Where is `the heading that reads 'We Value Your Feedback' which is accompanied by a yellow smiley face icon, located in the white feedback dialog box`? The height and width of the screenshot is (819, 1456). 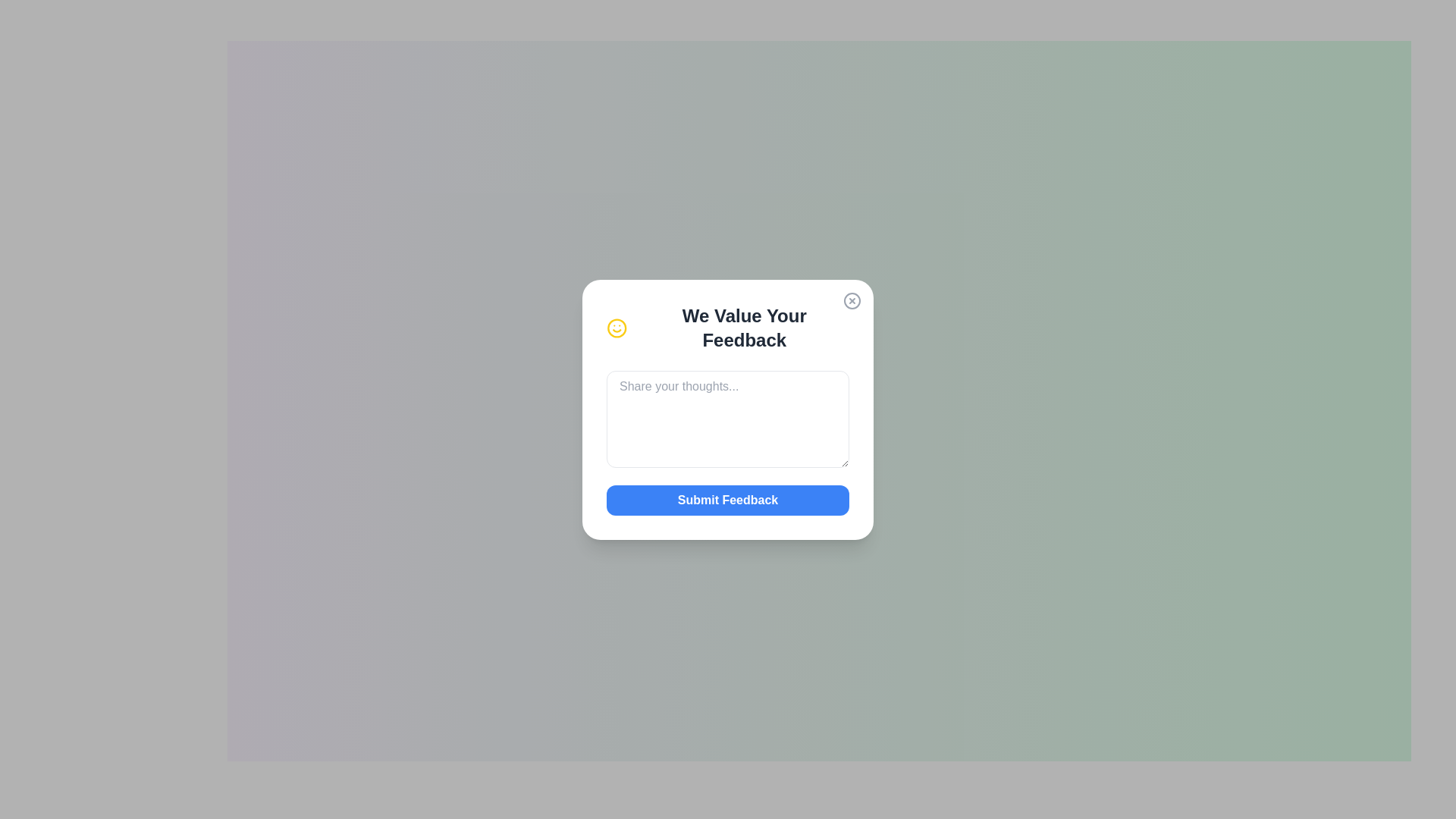 the heading that reads 'We Value Your Feedback' which is accompanied by a yellow smiley face icon, located in the white feedback dialog box is located at coordinates (728, 327).